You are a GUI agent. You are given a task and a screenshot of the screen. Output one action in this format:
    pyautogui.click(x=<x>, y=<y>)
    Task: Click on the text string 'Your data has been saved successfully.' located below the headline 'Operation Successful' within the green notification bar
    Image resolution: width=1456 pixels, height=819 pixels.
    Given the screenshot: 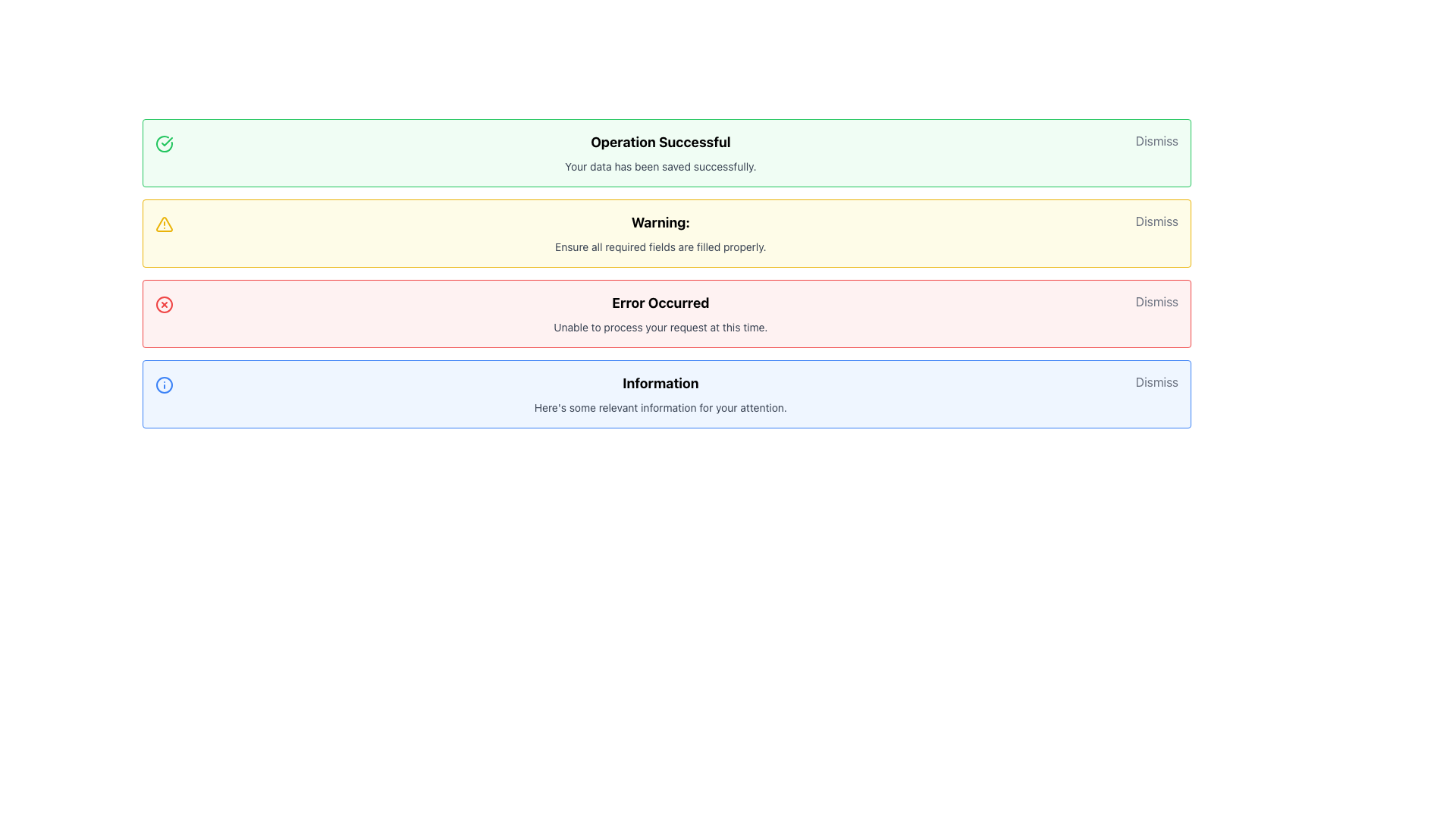 What is the action you would take?
    pyautogui.click(x=661, y=166)
    